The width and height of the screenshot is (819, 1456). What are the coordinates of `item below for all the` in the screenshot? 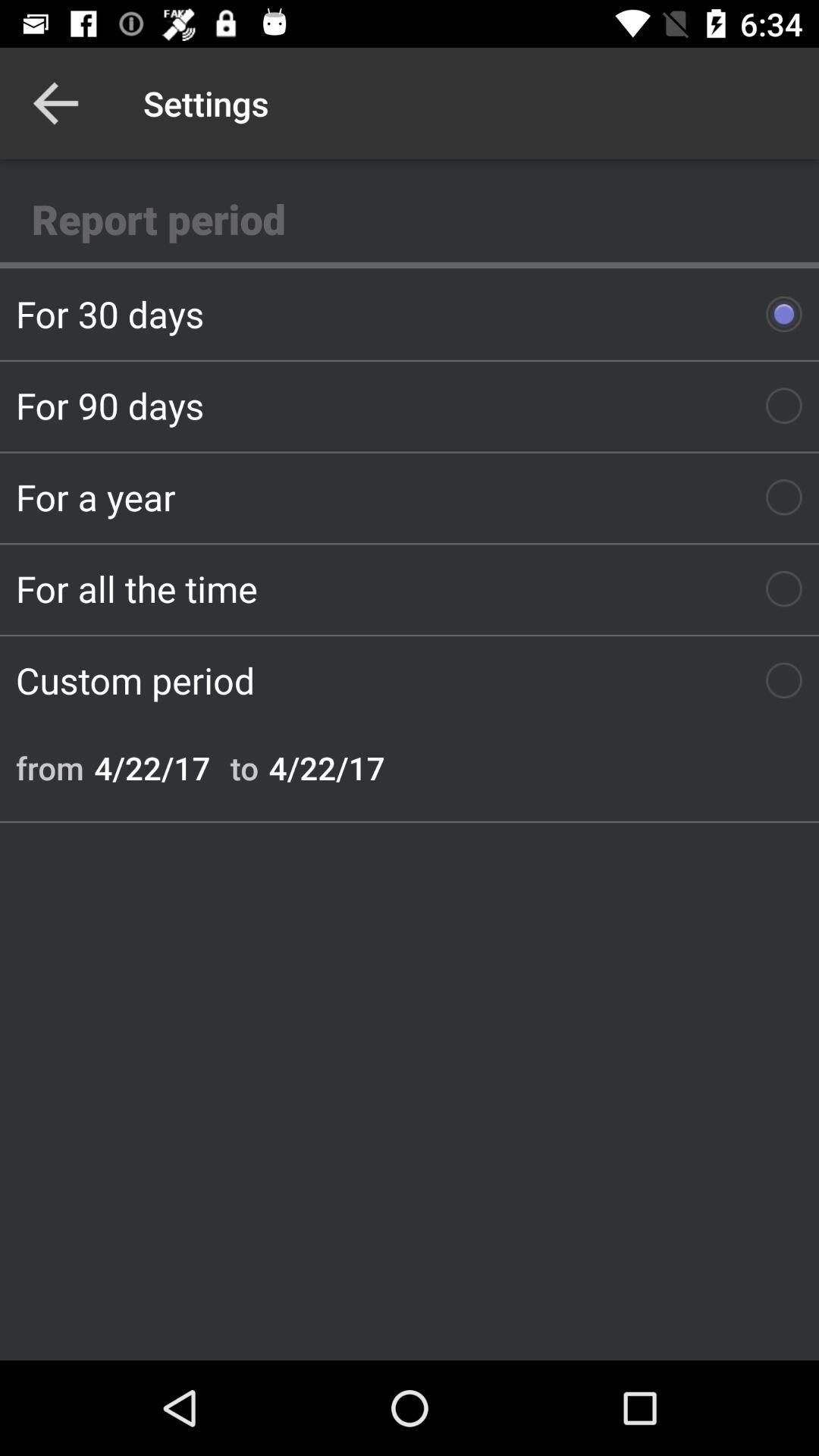 It's located at (409, 679).